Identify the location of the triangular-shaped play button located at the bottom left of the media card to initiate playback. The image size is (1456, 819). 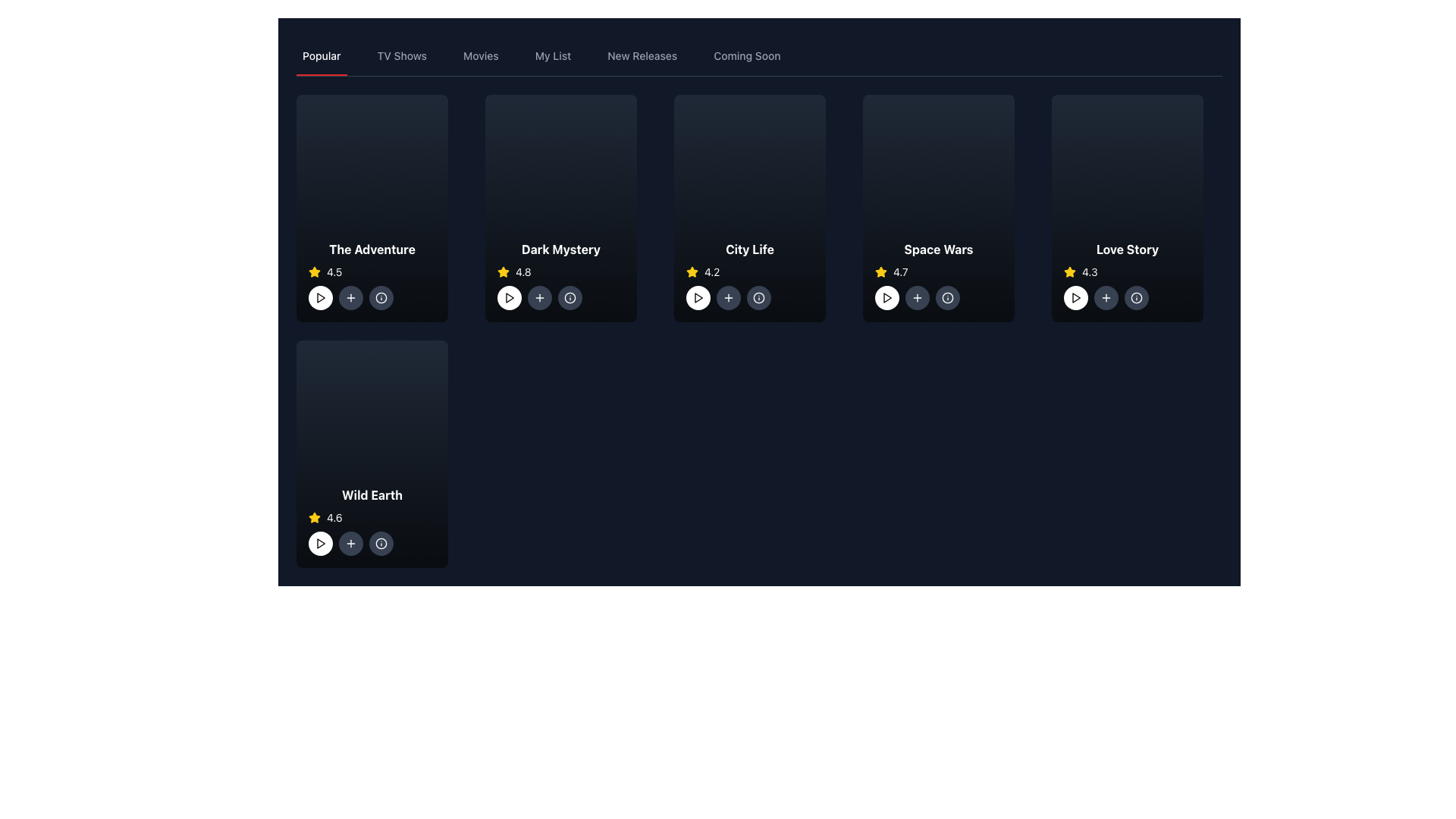
(319, 543).